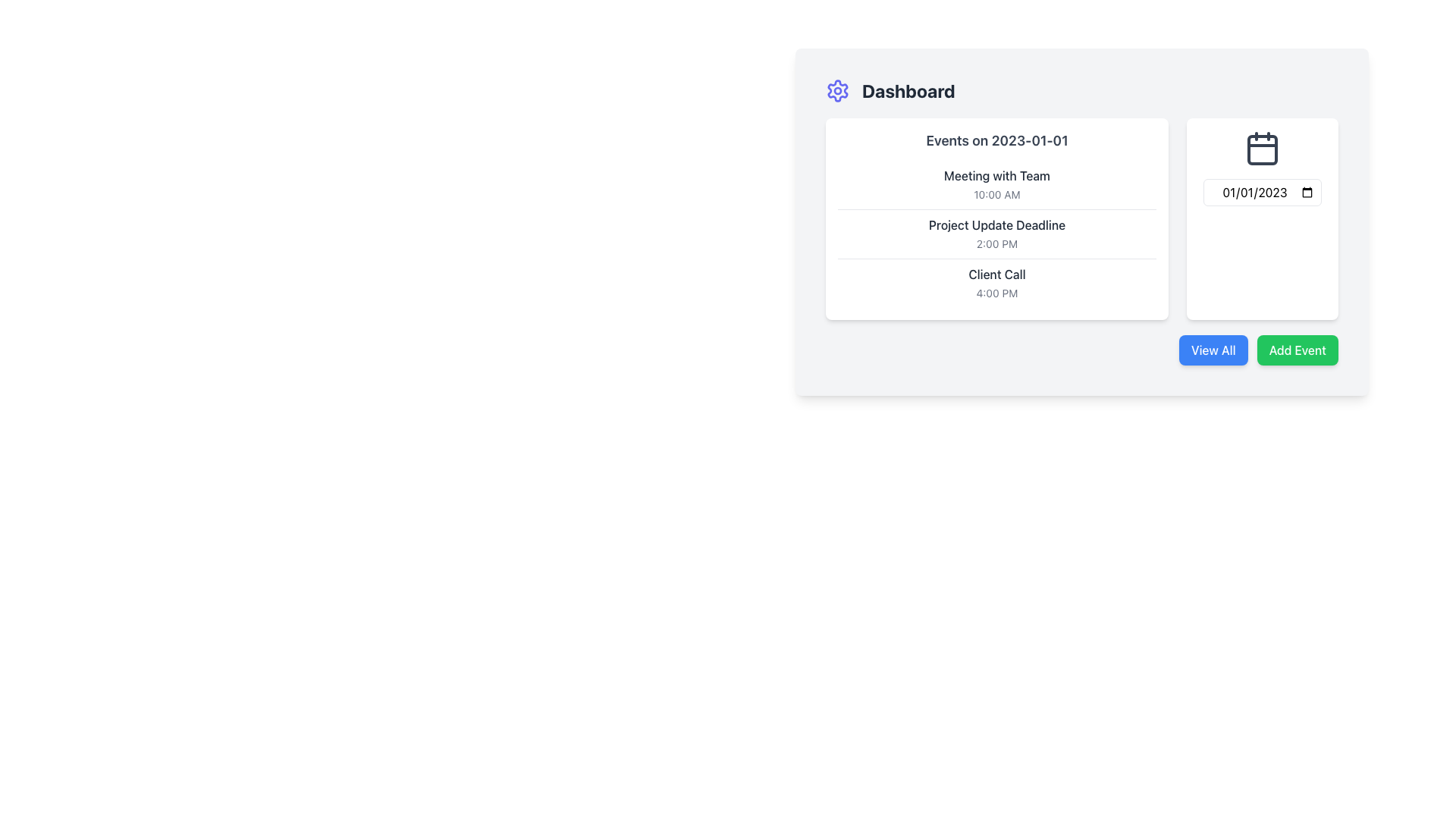  What do you see at coordinates (997, 225) in the screenshot?
I see `the text label indicating 'Project Update Deadline', which is positioned above '2:00 PM' in the central calendar of the dashboard` at bounding box center [997, 225].